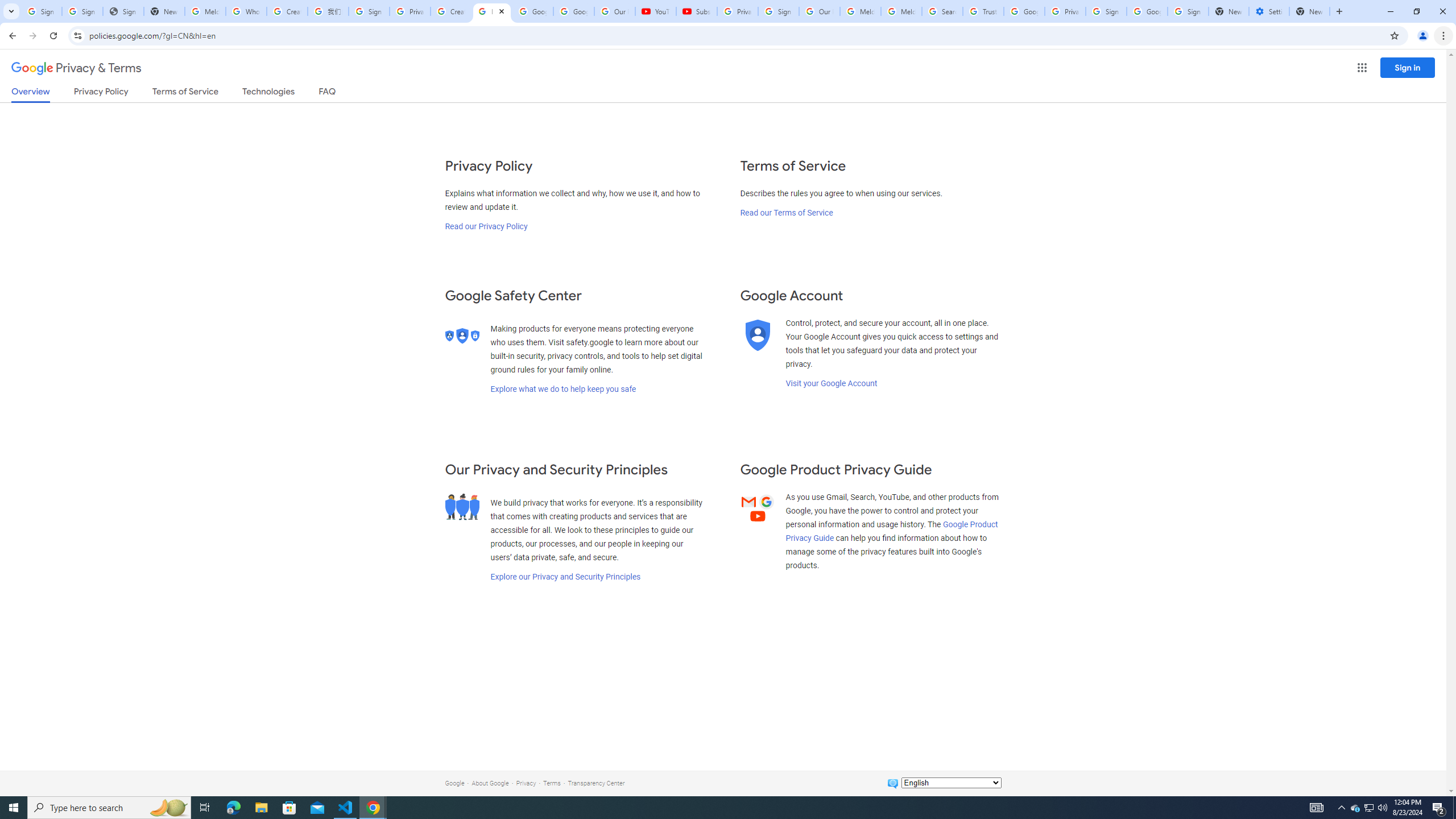 The height and width of the screenshot is (819, 1456). Describe the element at coordinates (830, 383) in the screenshot. I see `'Visit your Google Account'` at that location.